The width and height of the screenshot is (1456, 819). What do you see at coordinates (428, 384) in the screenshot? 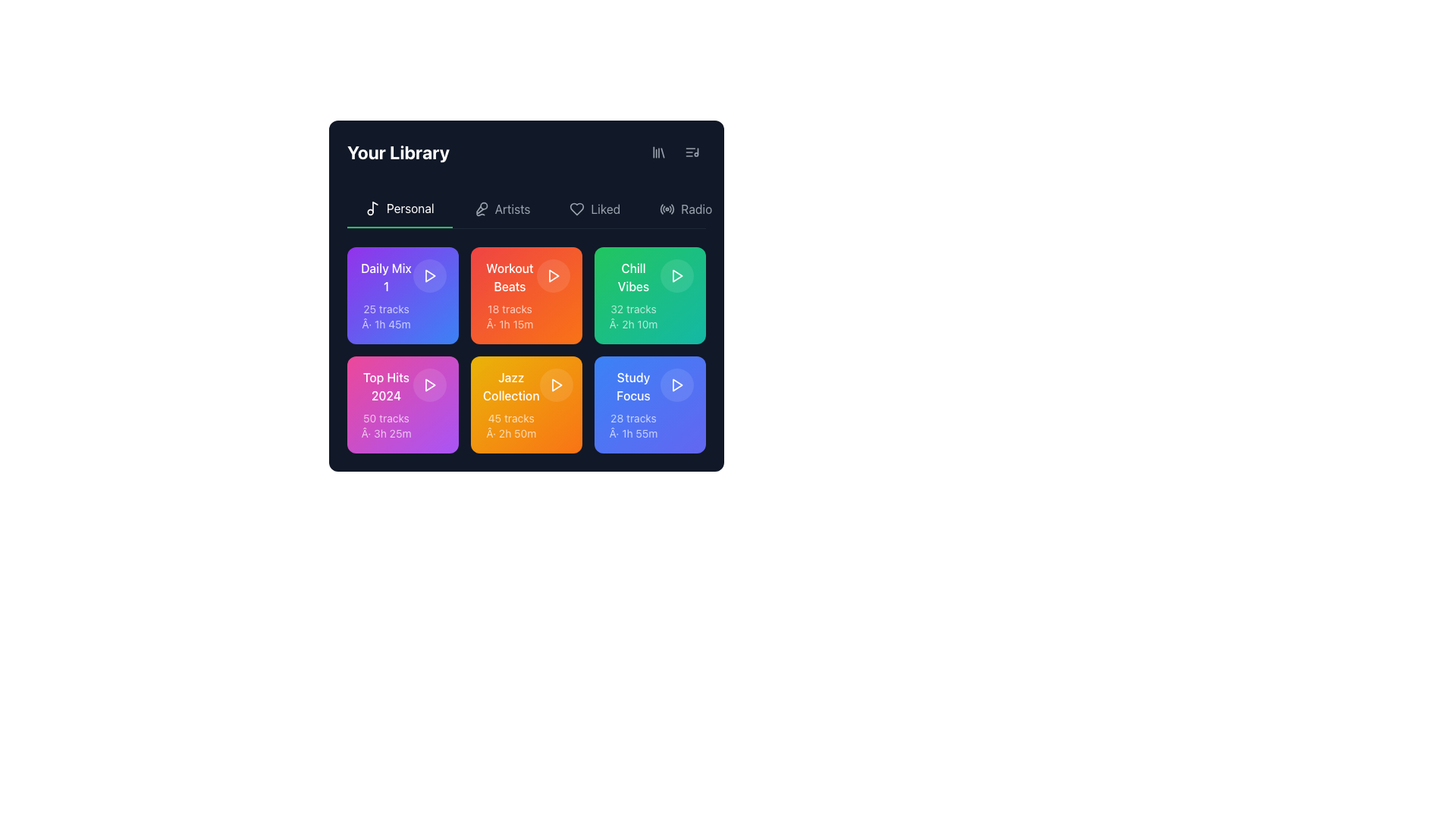
I see `the Circular Play Button located in the middle-right area of the purple card labeled 'Top Hits 2024' to play the associated content` at bounding box center [428, 384].